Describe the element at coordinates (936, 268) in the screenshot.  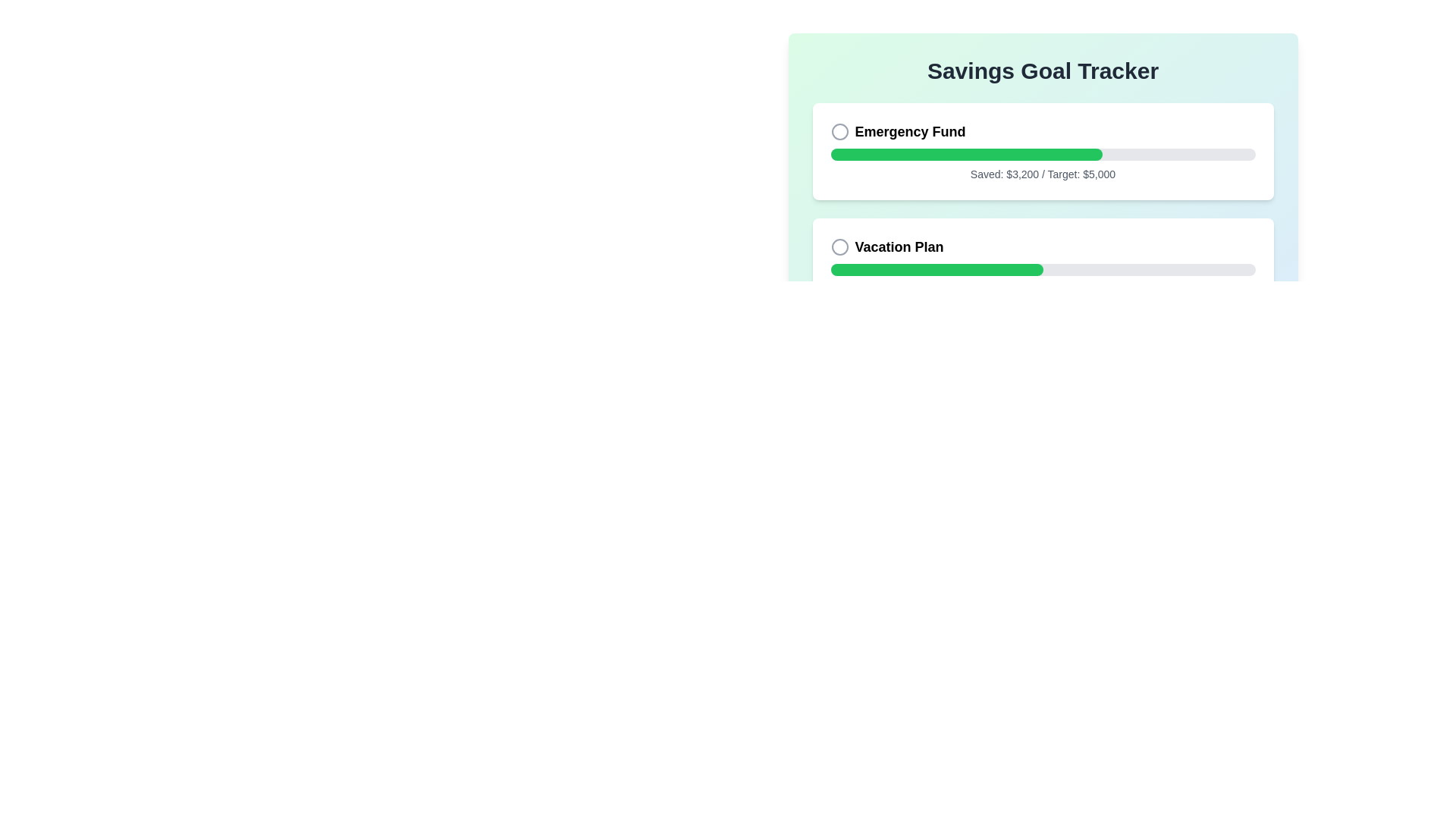
I see `the filled portion of the progress bar under the 'Vacation Plan' header, which visually indicates 50% progress achieved` at that location.